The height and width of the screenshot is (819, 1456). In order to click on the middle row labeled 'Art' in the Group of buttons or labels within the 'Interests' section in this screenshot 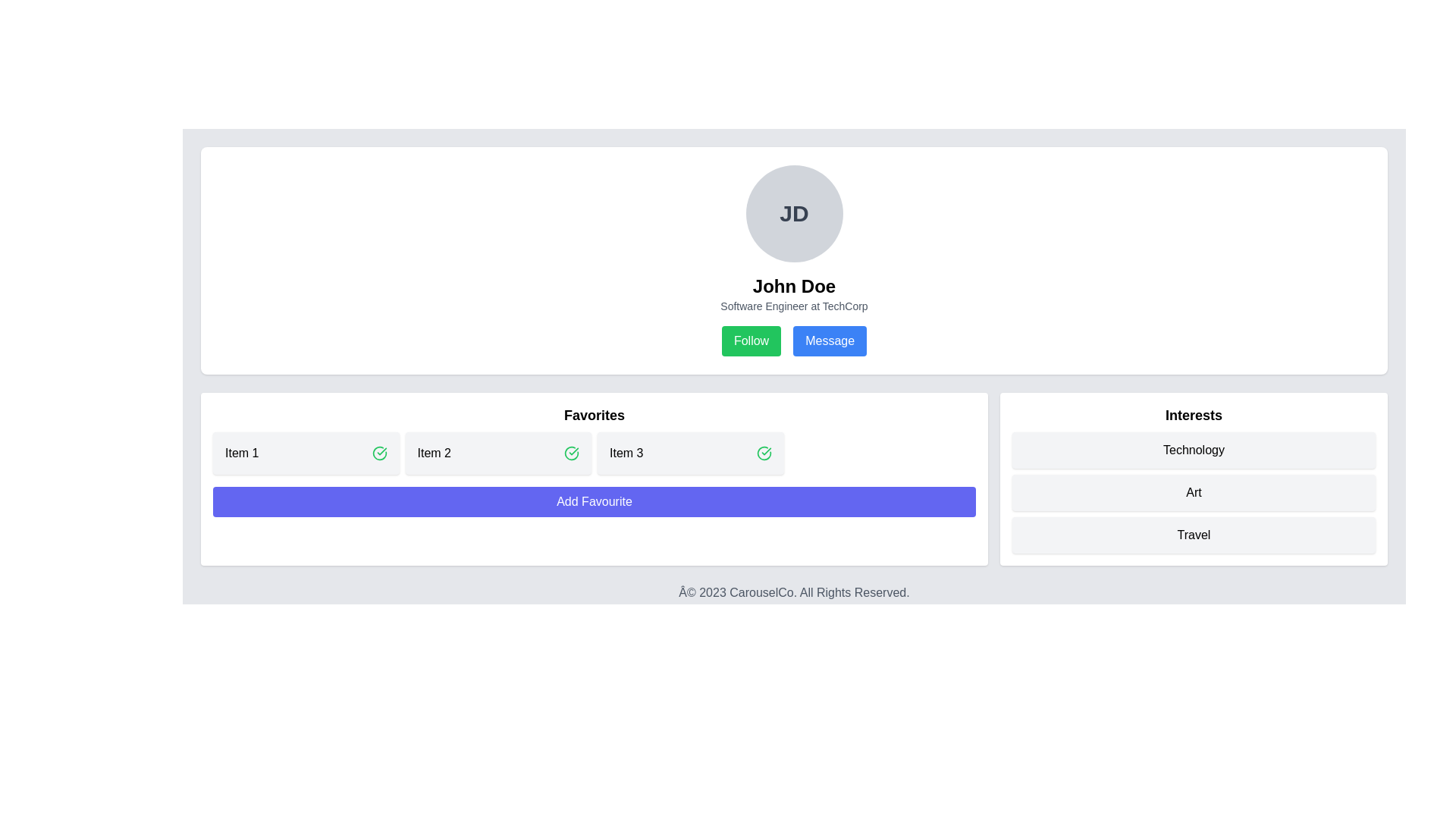, I will do `click(1193, 493)`.